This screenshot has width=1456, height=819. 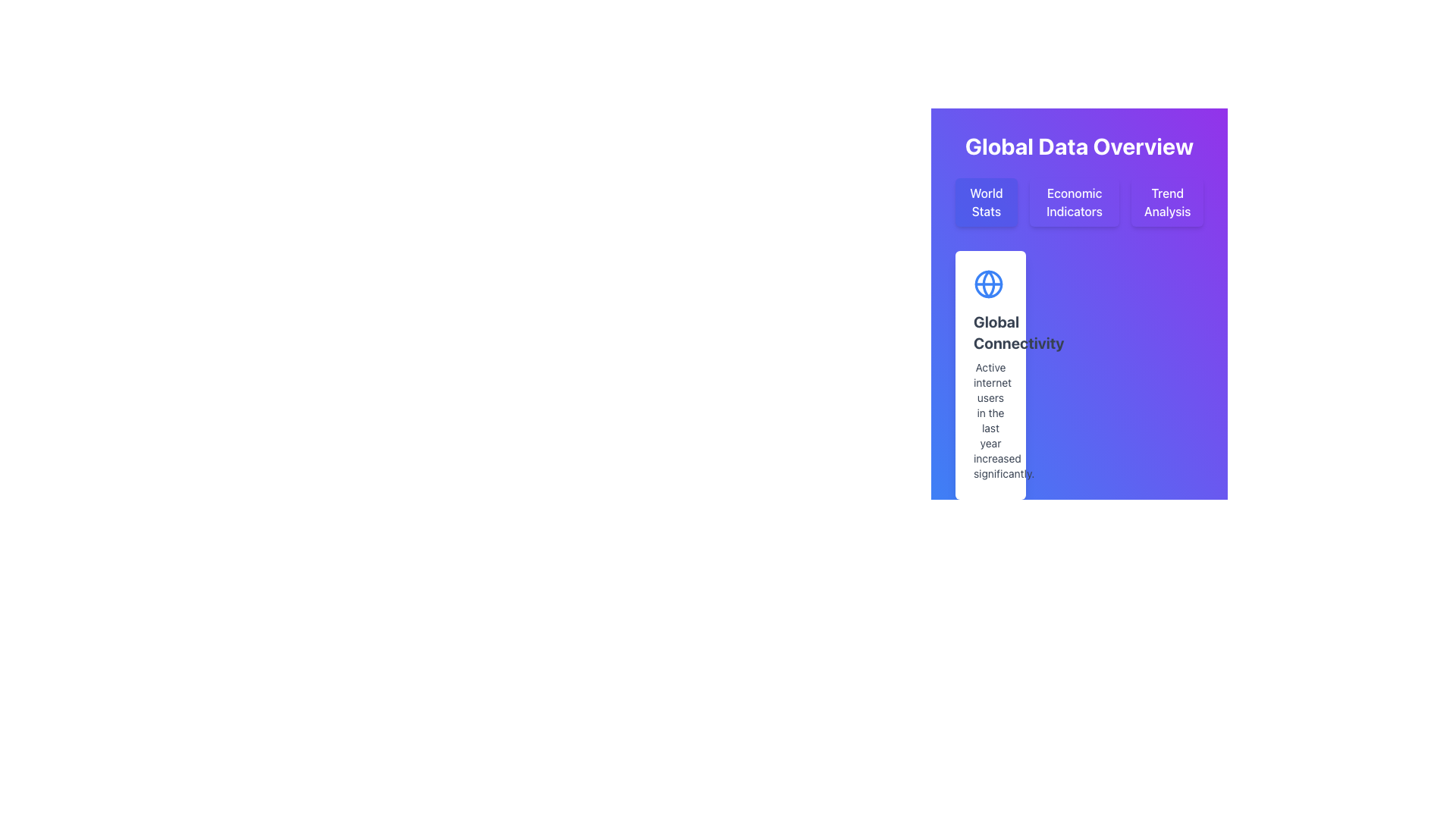 I want to click on the third button in the group of three buttons located at the top-right under 'Global Data Overview', so click(x=1166, y=201).